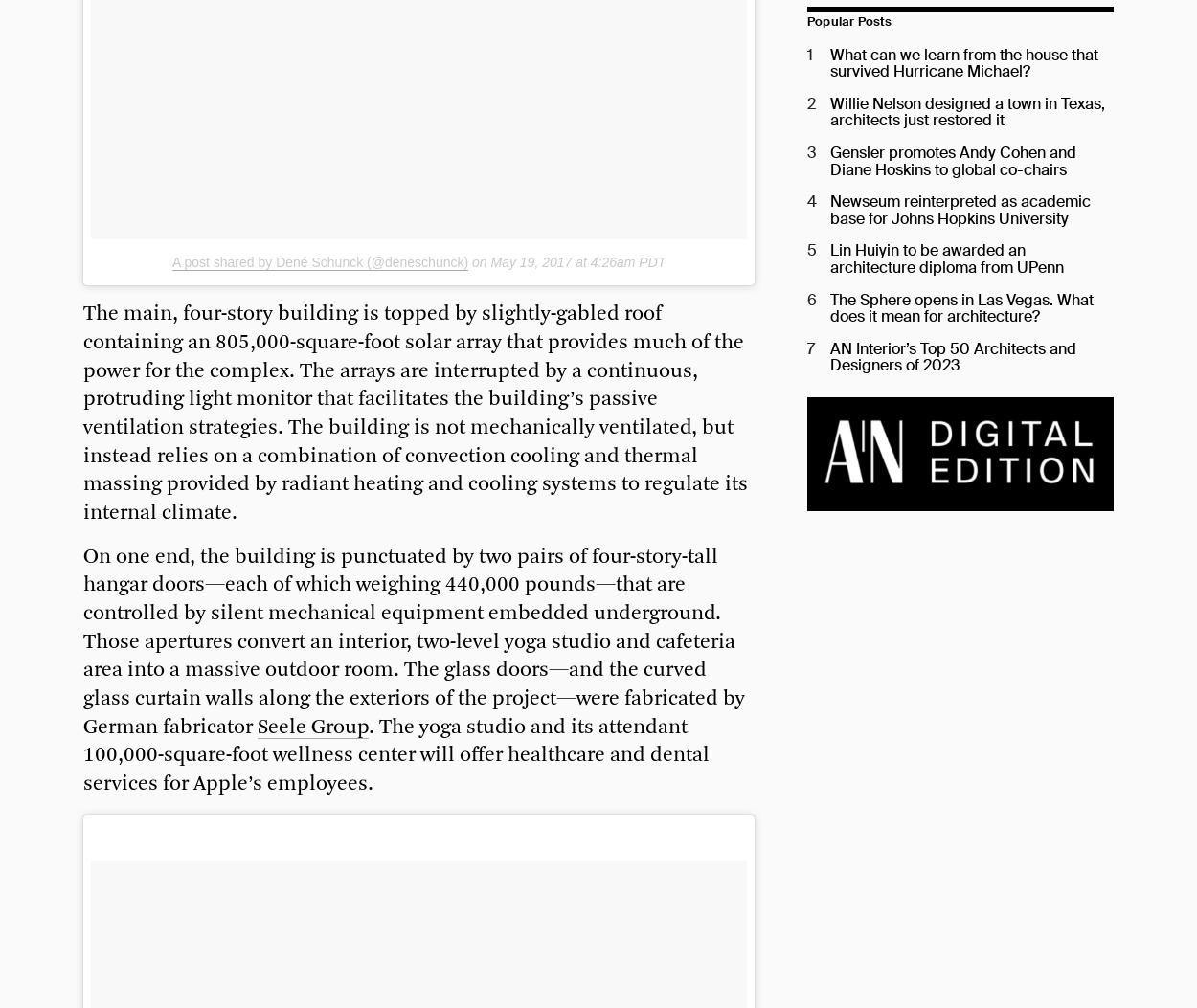  What do you see at coordinates (467, 260) in the screenshot?
I see `'on'` at bounding box center [467, 260].